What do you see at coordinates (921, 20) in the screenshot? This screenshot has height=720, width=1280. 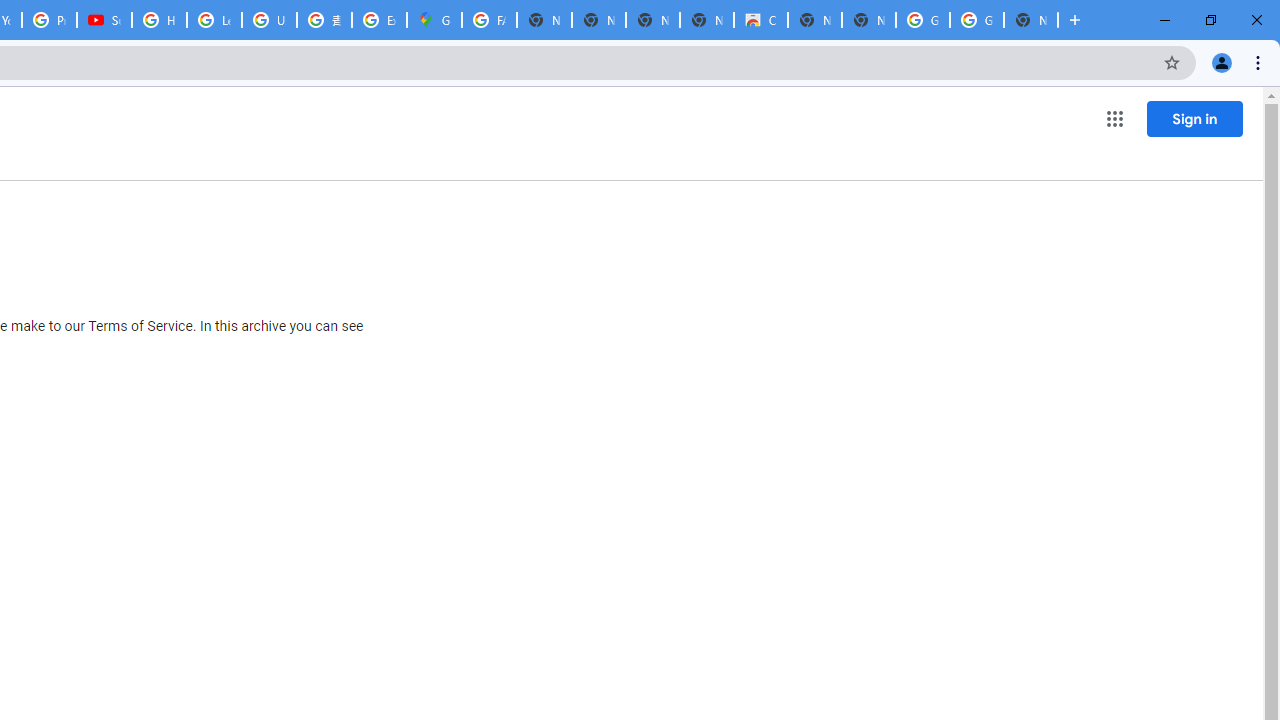 I see `'Google Images'` at bounding box center [921, 20].